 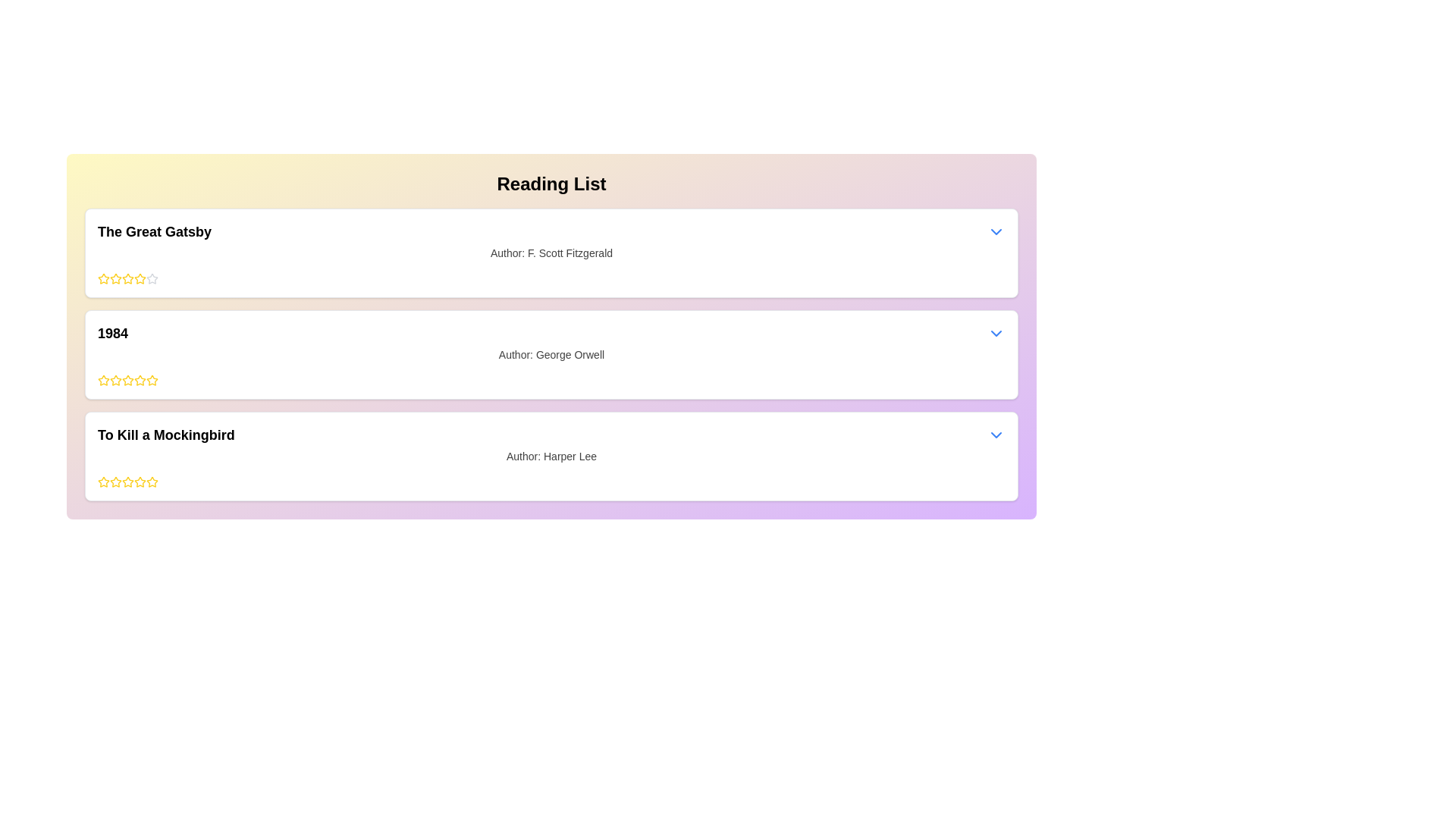 What do you see at coordinates (140, 278) in the screenshot?
I see `the sixth star in a horizontal row of seven stars representing a rating system under the book title 'The Great Gatsby'` at bounding box center [140, 278].